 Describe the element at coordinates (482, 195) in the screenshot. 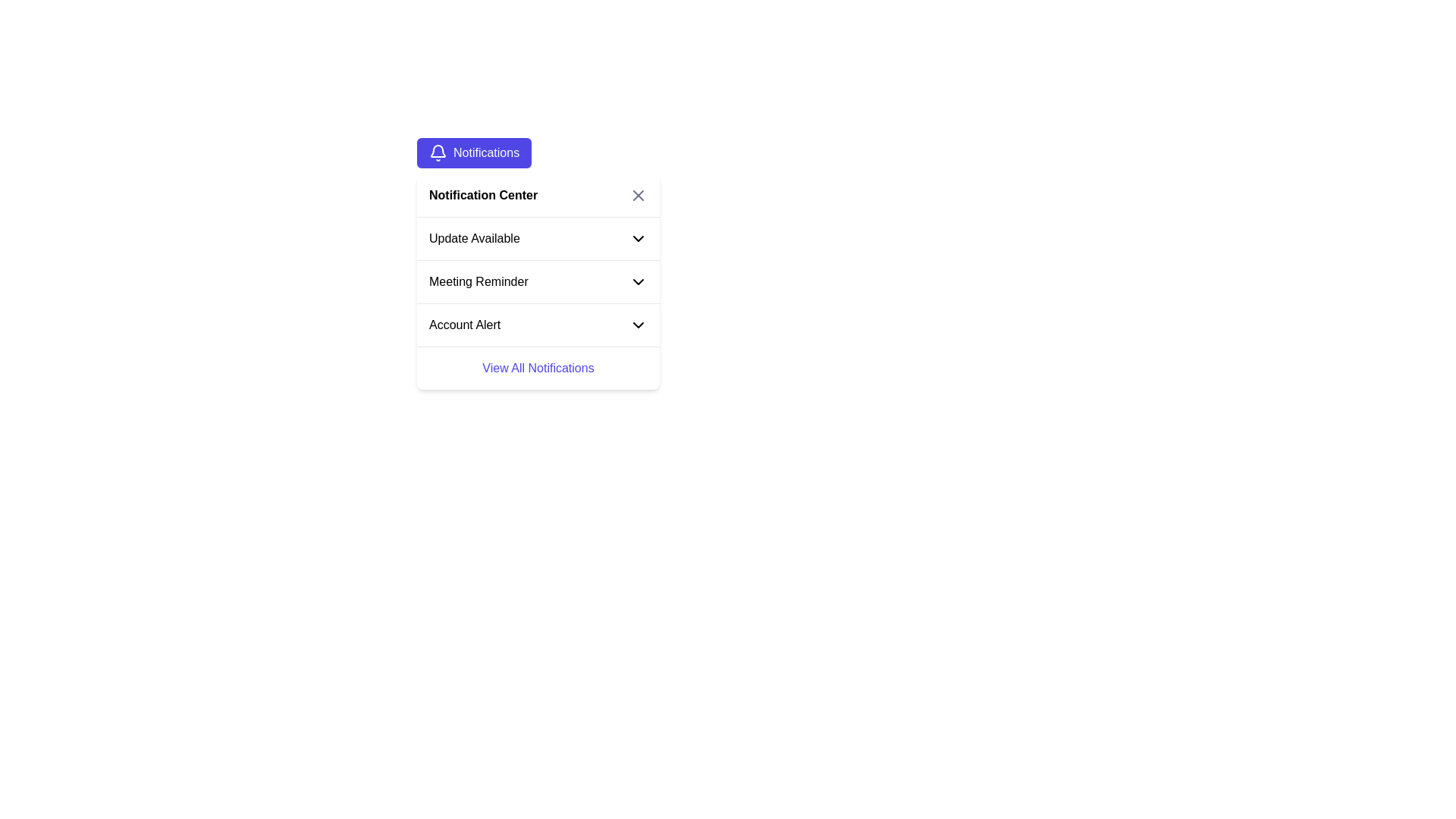

I see `title of the notification section, which is a Text Label located in the upper section of the notification dropdown, aligned to the left next to a close button represented by an 'X'` at that location.